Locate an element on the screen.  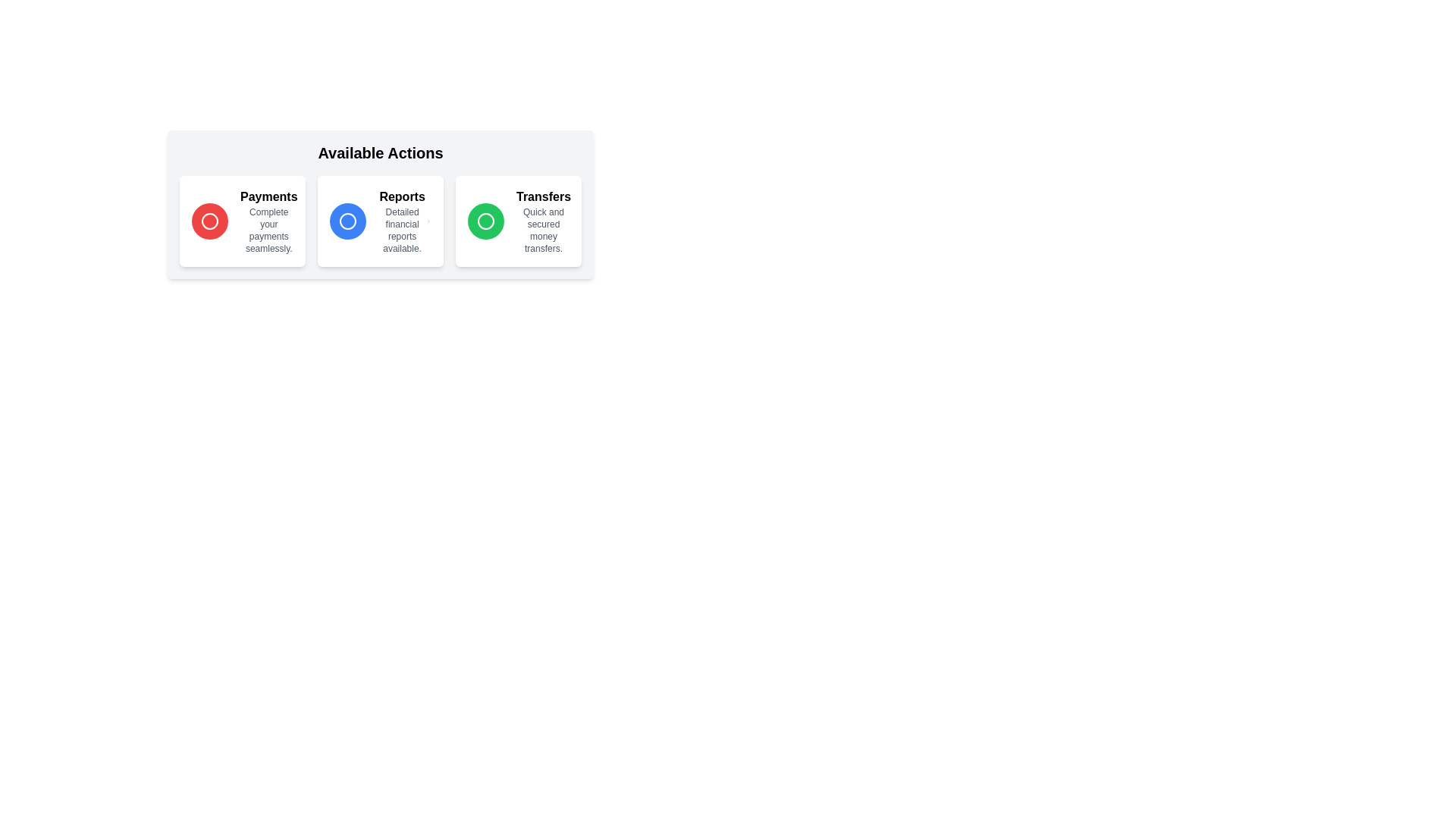
the circular icon located within the first card beneath the heading 'Available Actions' to initiate or manage payments is located at coordinates (209, 221).